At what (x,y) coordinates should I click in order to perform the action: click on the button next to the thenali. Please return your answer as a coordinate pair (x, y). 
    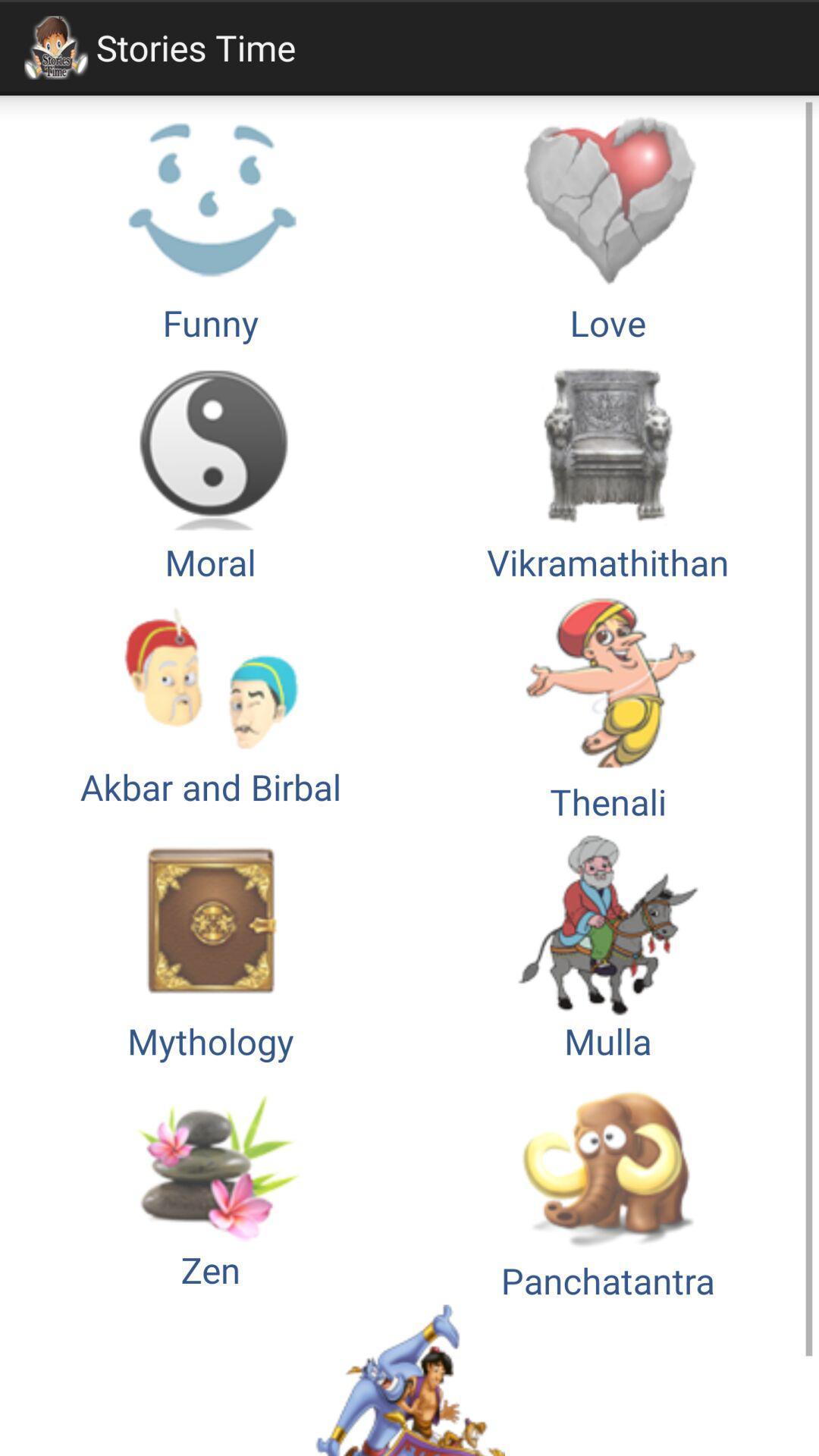
    Looking at the image, I should click on (210, 705).